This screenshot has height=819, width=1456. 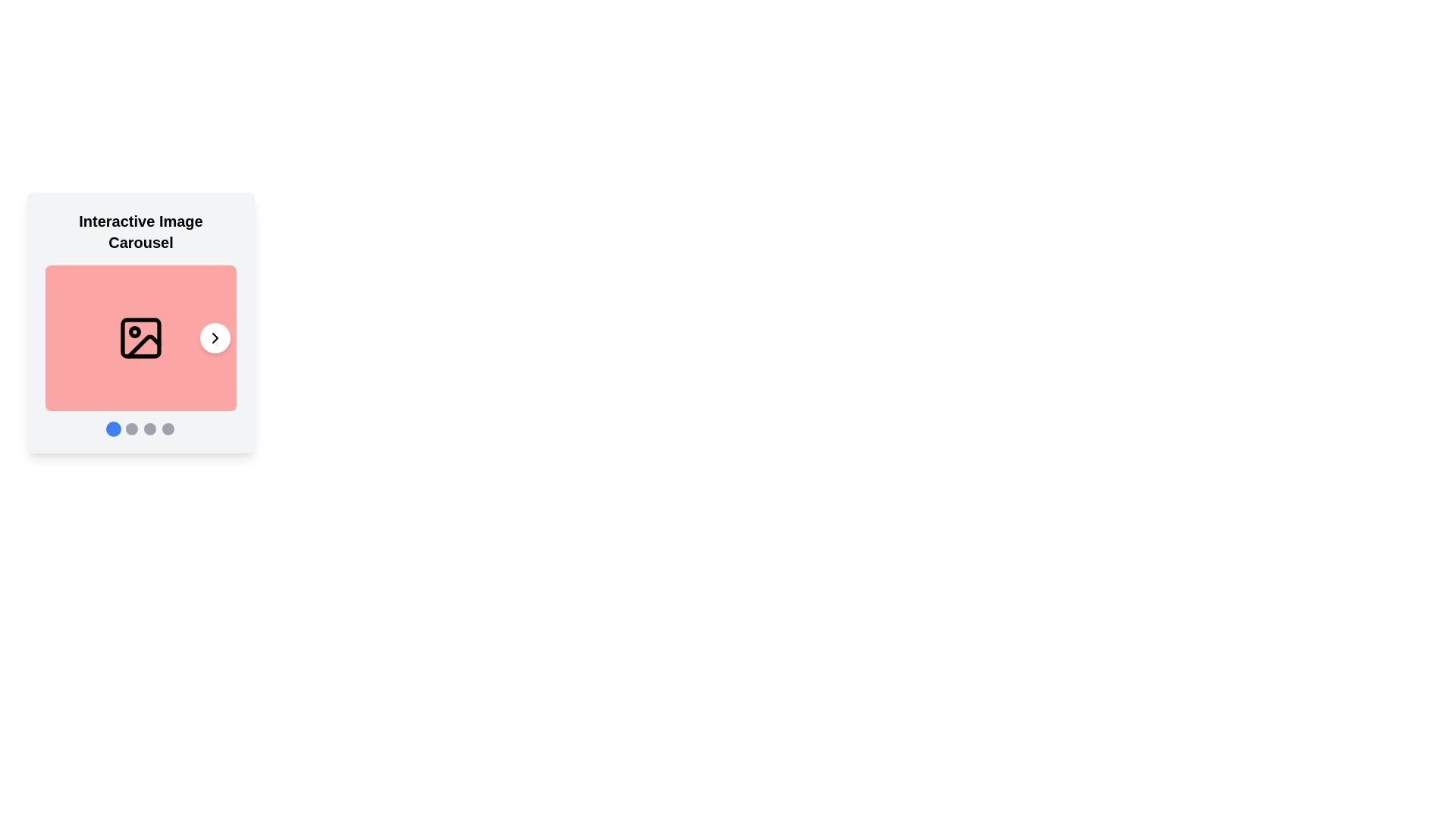 I want to click on the second circular indicator in the interactive image carousel, so click(x=141, y=429).